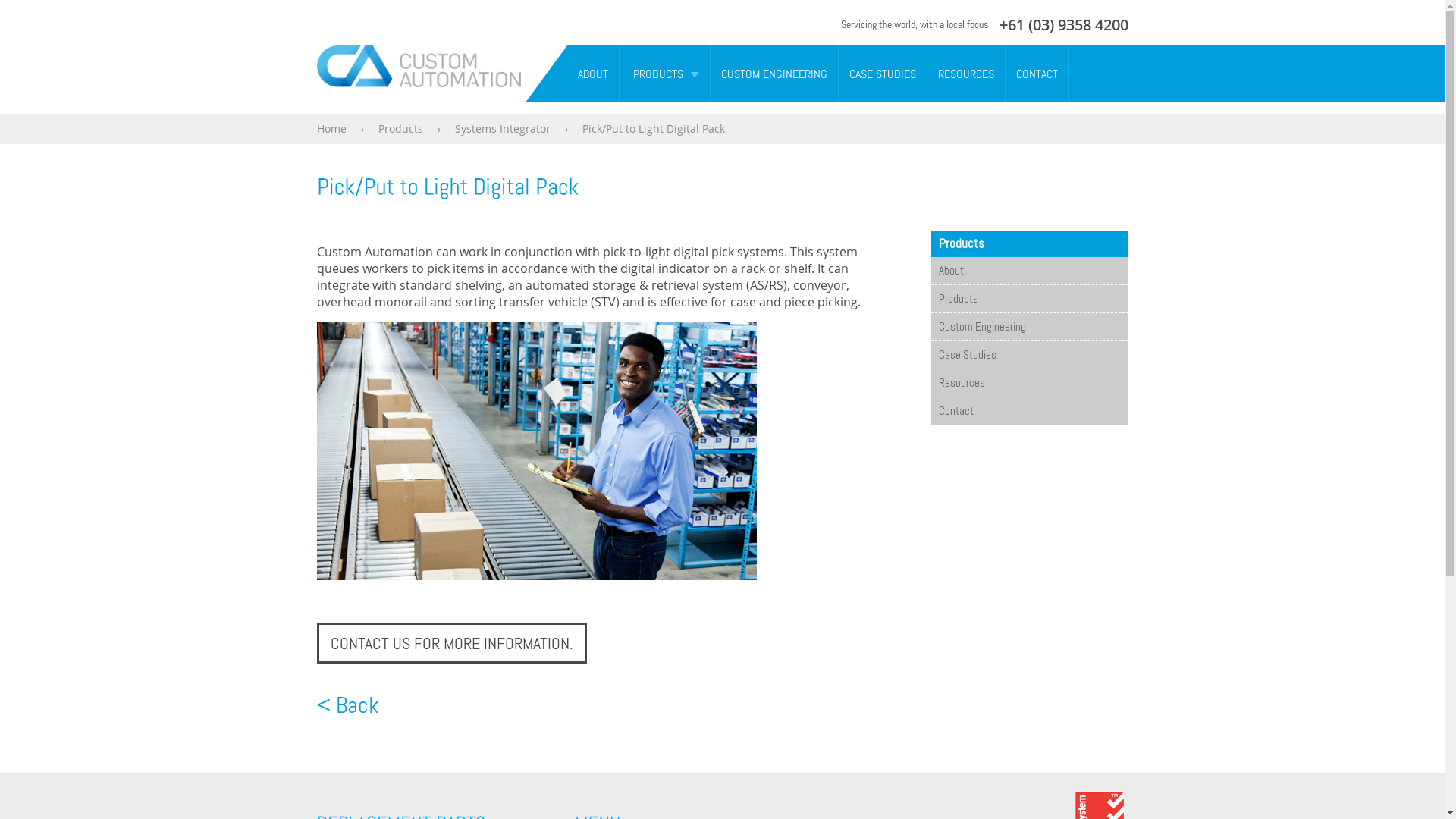  I want to click on 'CUSTOM ENGINEERING', so click(709, 74).